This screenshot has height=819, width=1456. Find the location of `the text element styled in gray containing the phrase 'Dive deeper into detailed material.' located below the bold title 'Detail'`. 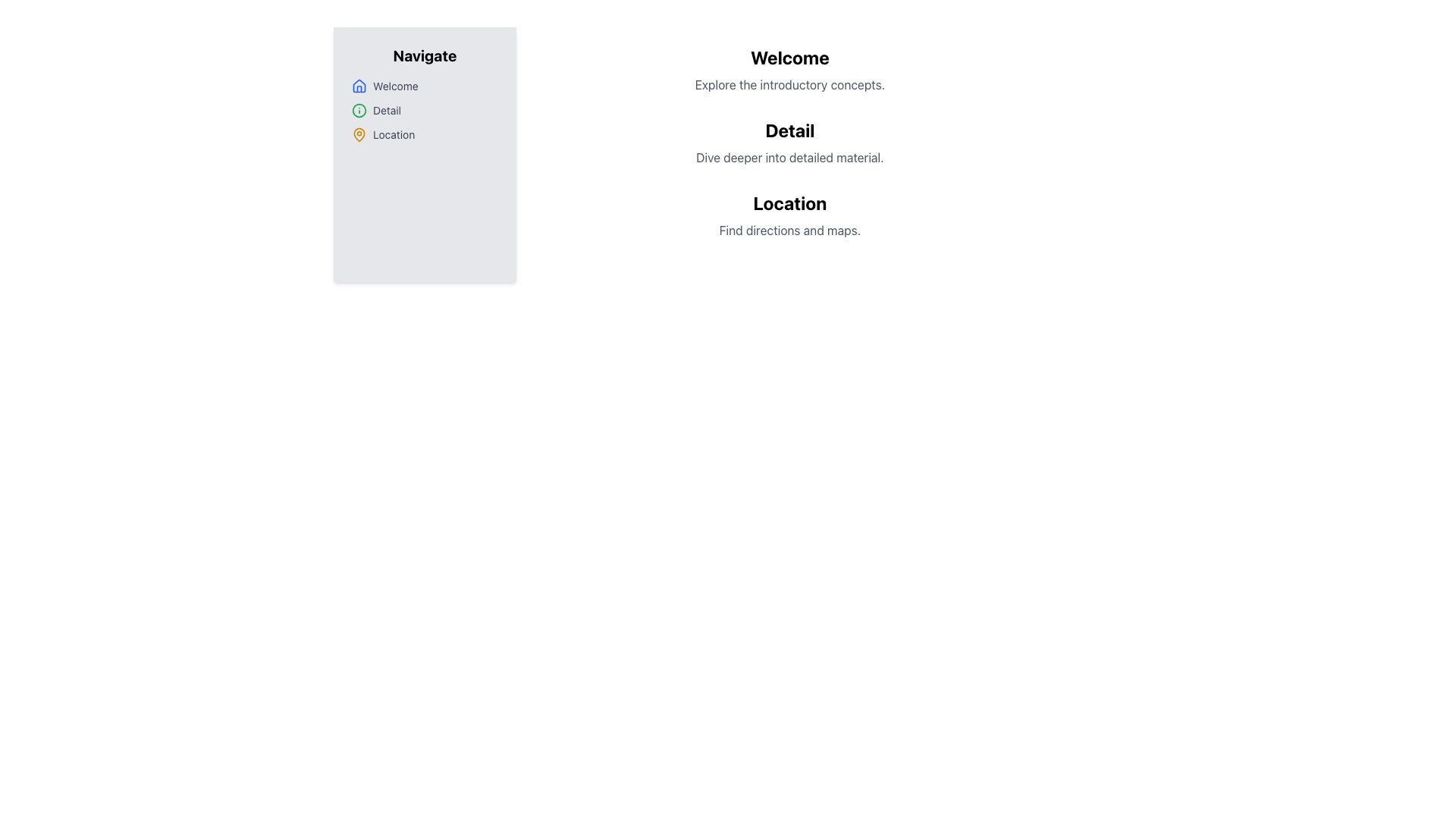

the text element styled in gray containing the phrase 'Dive deeper into detailed material.' located below the bold title 'Detail' is located at coordinates (789, 158).